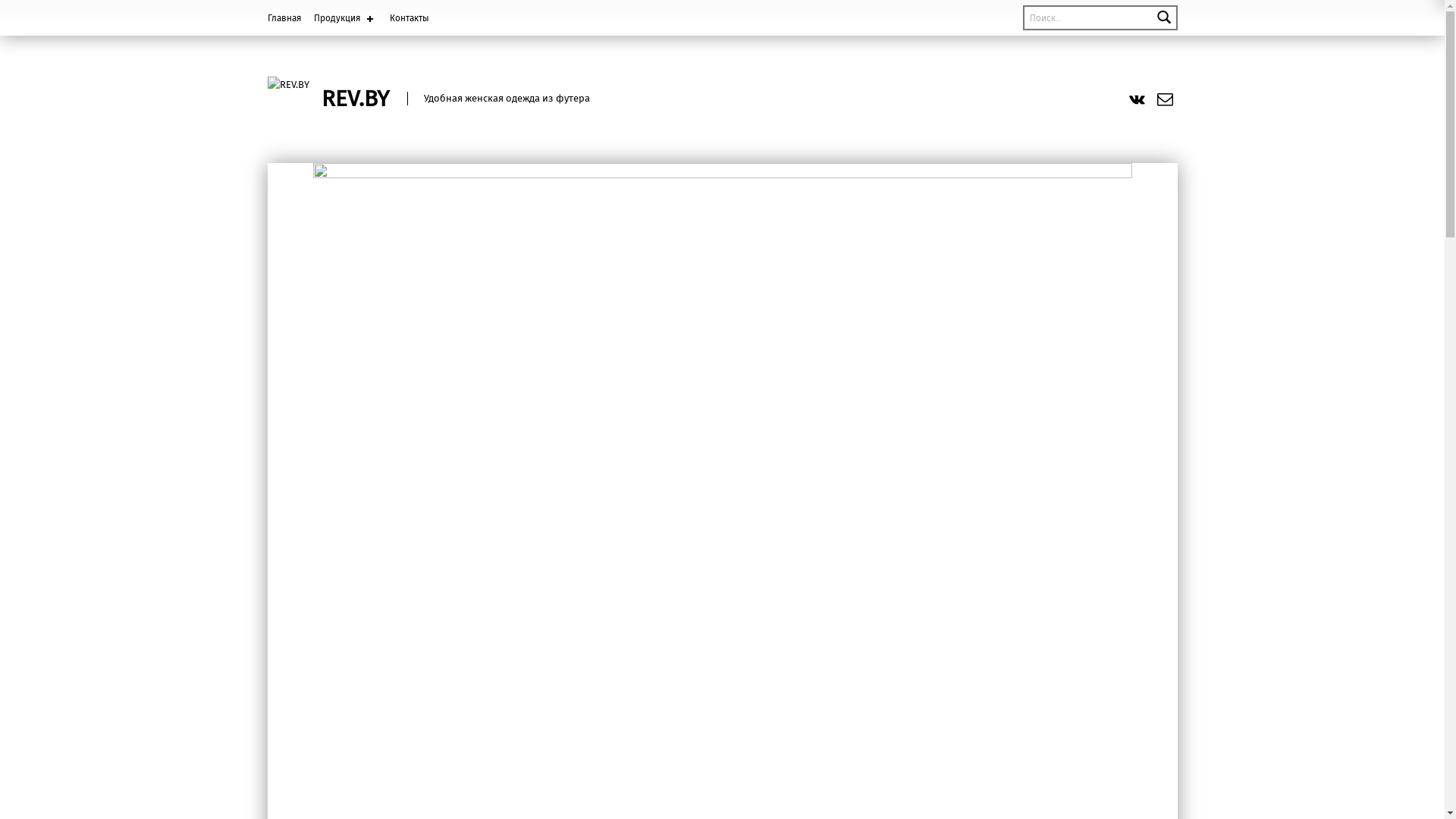 The image size is (1456, 819). Describe the element at coordinates (1164, 99) in the screenshot. I see `'Email'` at that location.